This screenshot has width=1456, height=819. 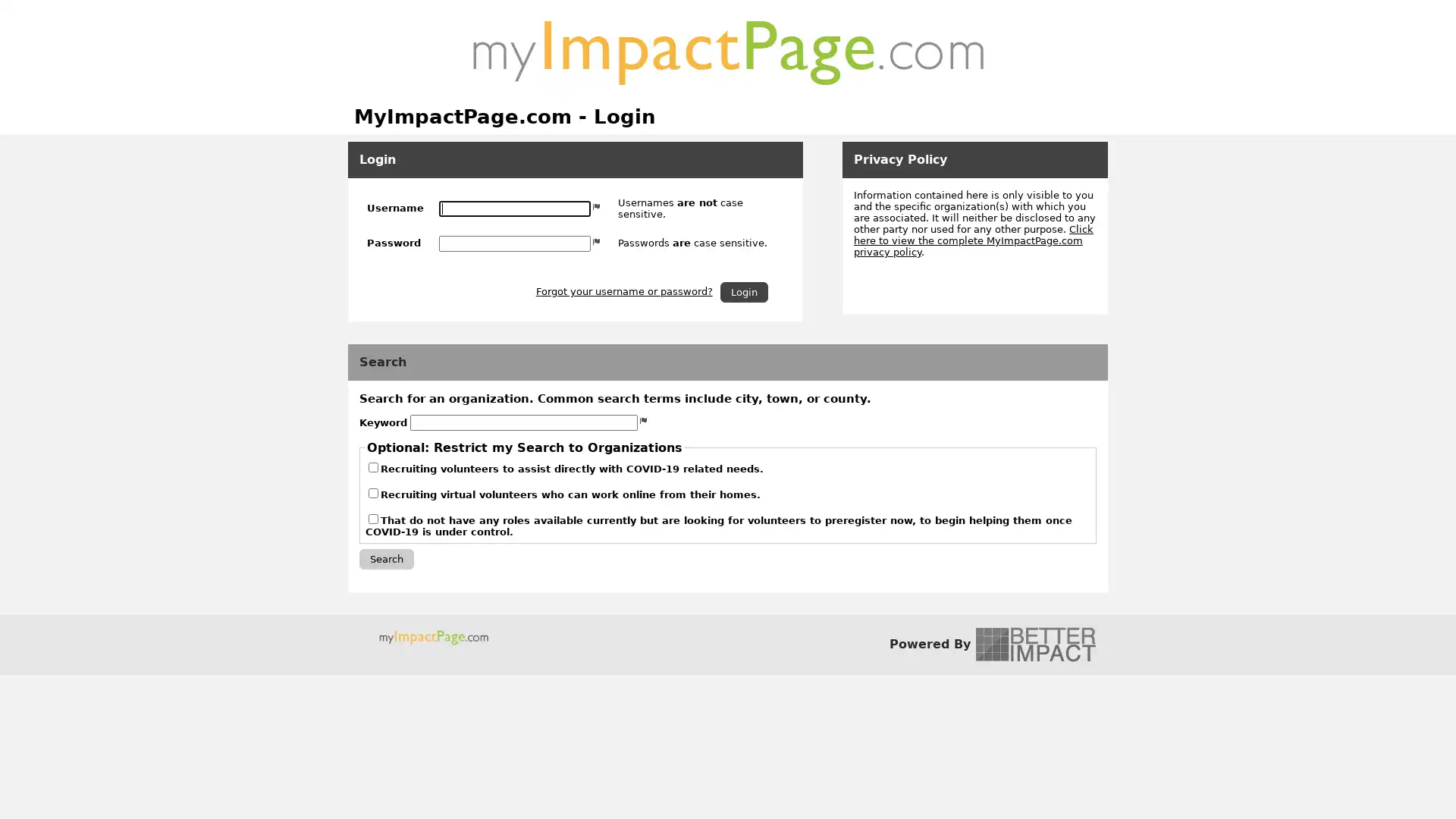 I want to click on Login, so click(x=743, y=291).